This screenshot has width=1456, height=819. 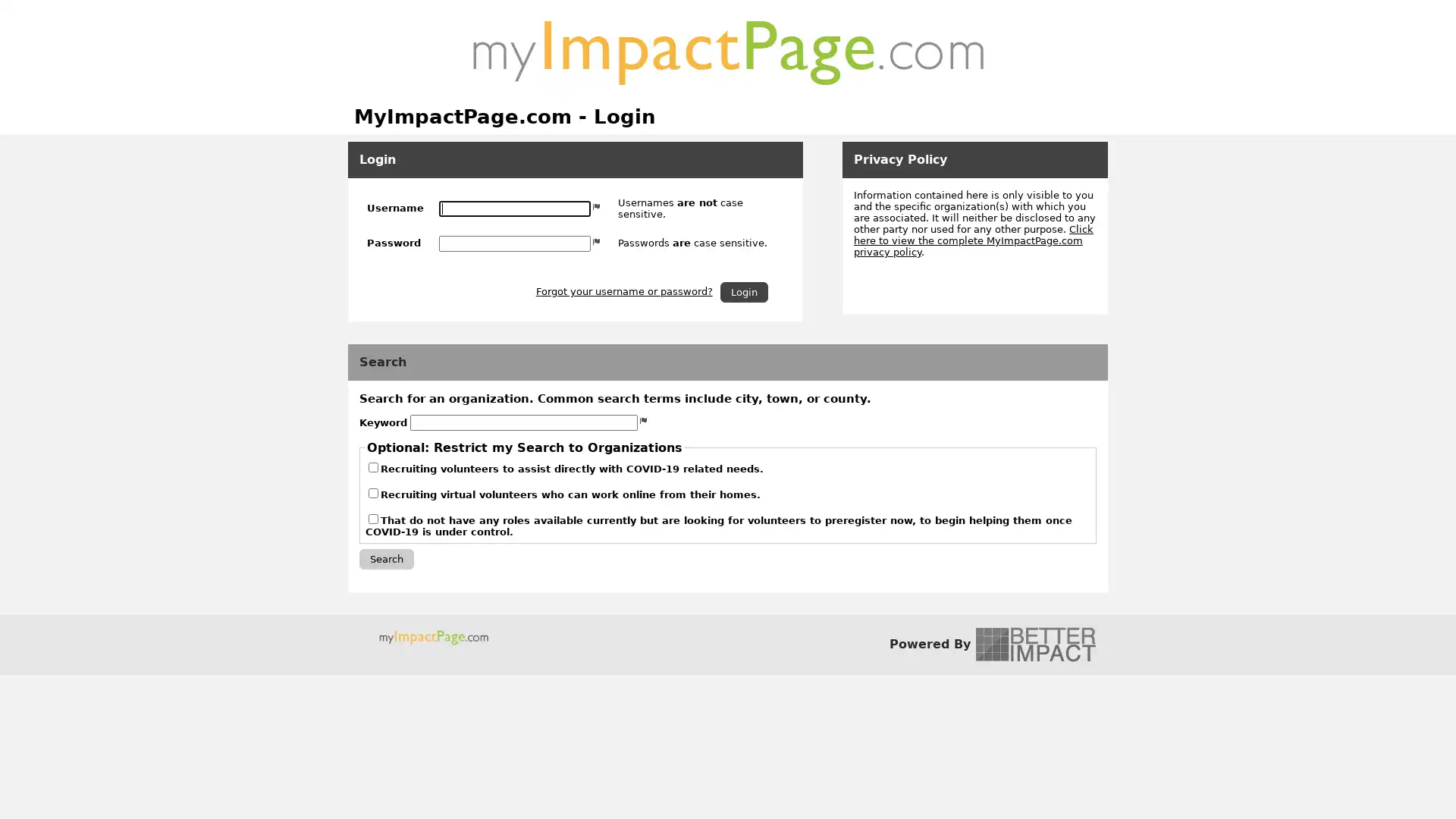 I want to click on Login, so click(x=743, y=291).